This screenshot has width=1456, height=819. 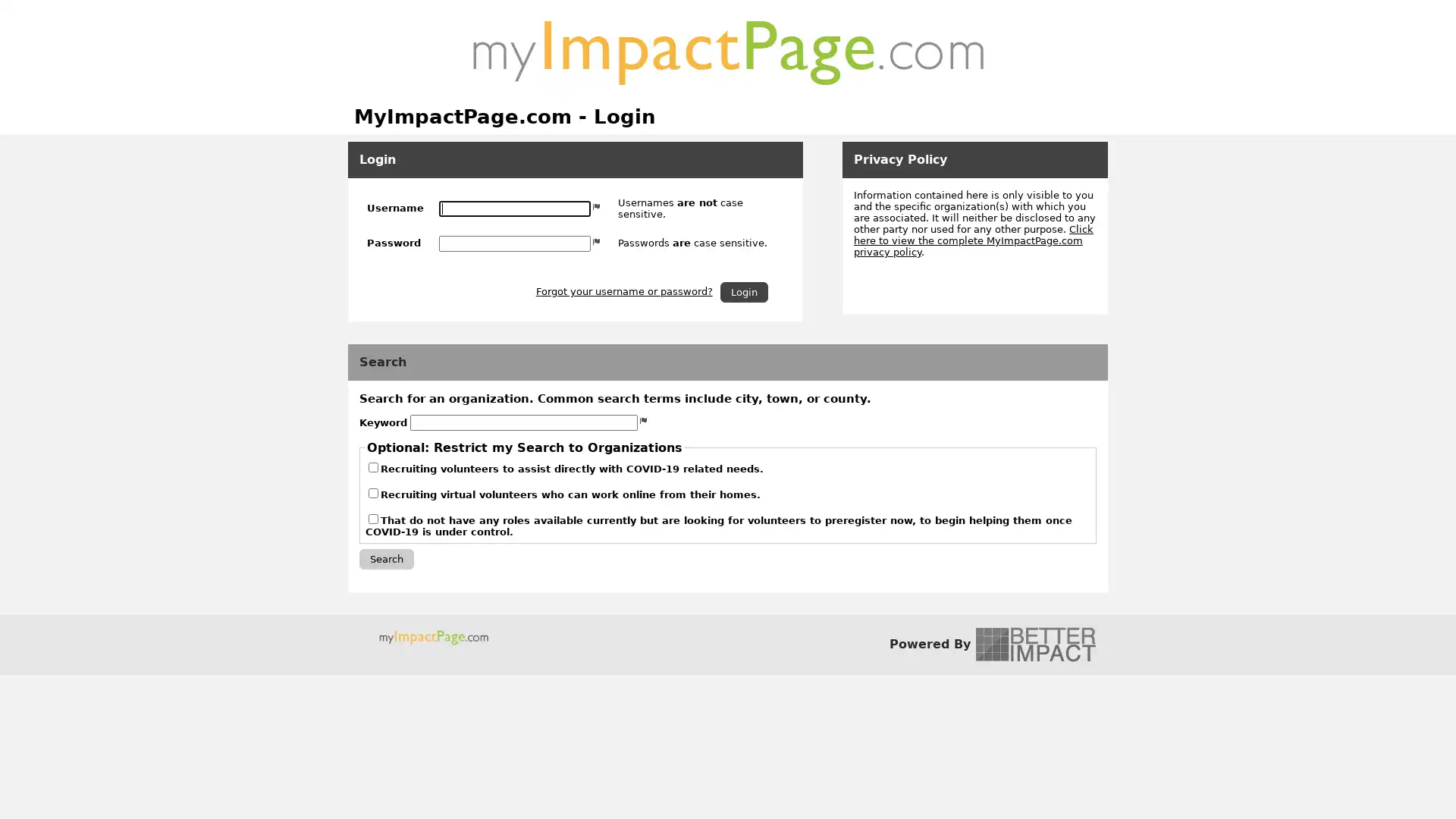 I want to click on Login, so click(x=743, y=291).